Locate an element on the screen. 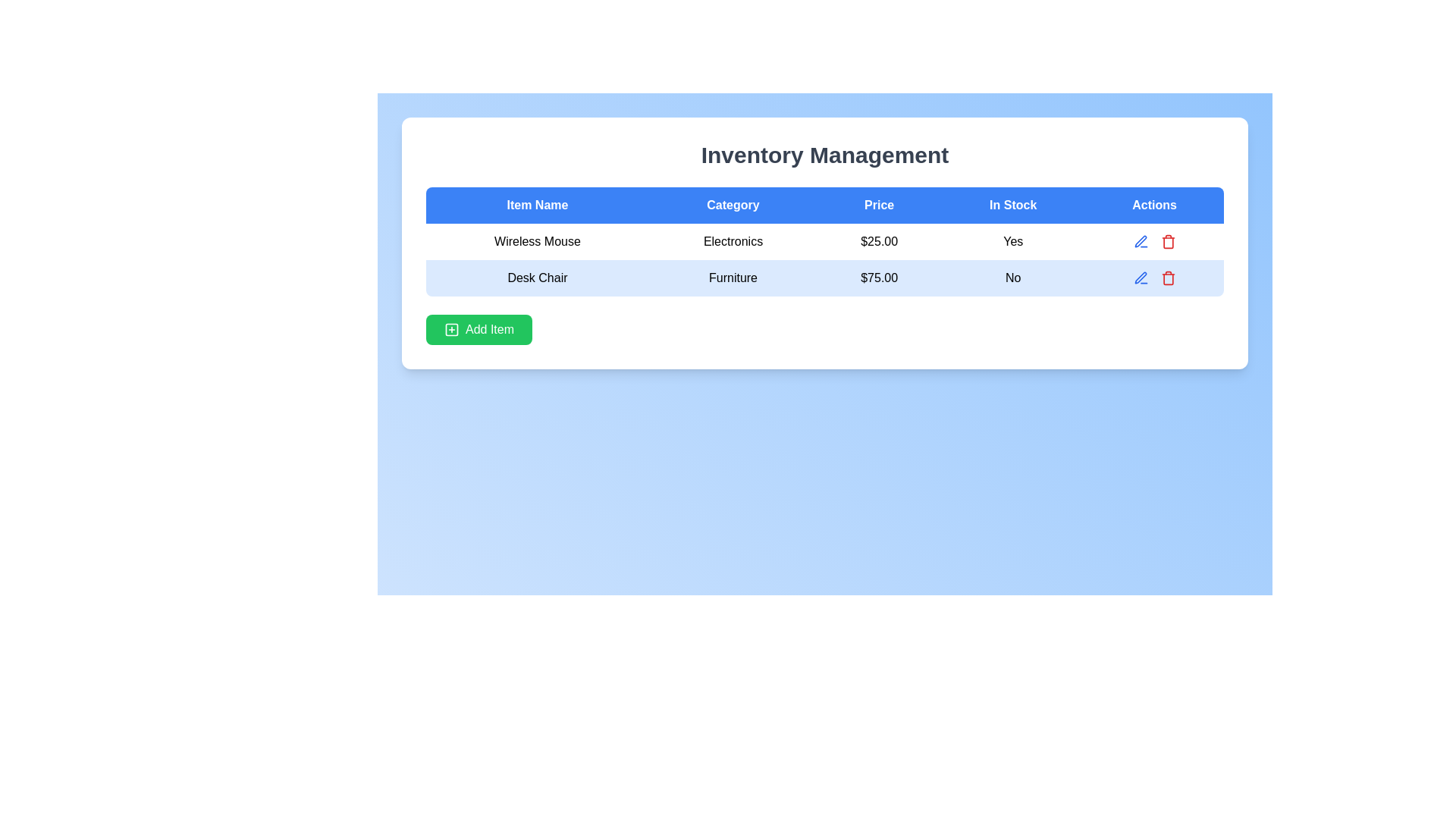 The width and height of the screenshot is (1456, 819). the table header cell that indicates stock availability, located between the 'Price' and 'Actions' headers is located at coordinates (1013, 205).